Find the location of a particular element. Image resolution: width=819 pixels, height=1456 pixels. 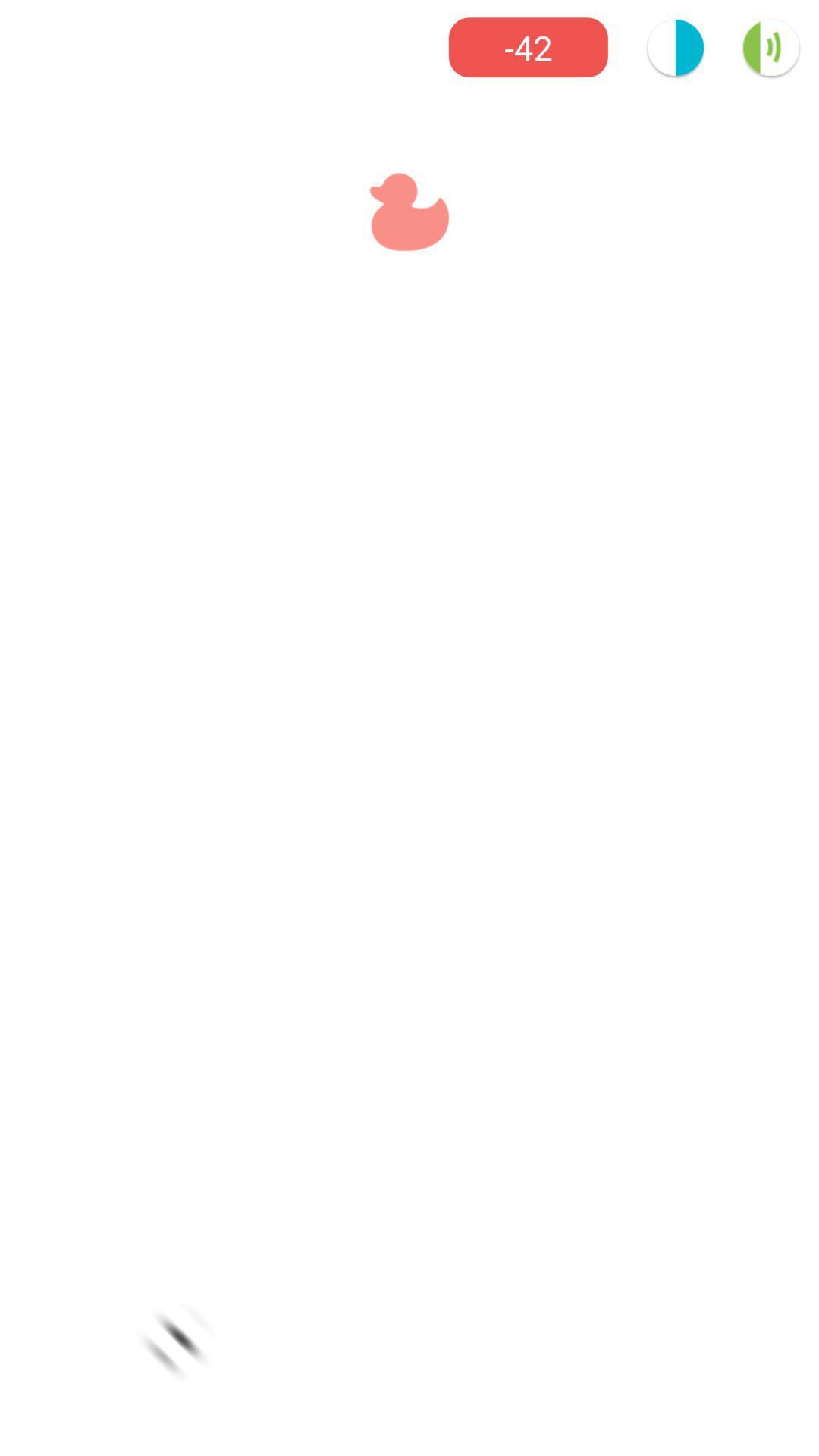

the volume icon is located at coordinates (771, 47).